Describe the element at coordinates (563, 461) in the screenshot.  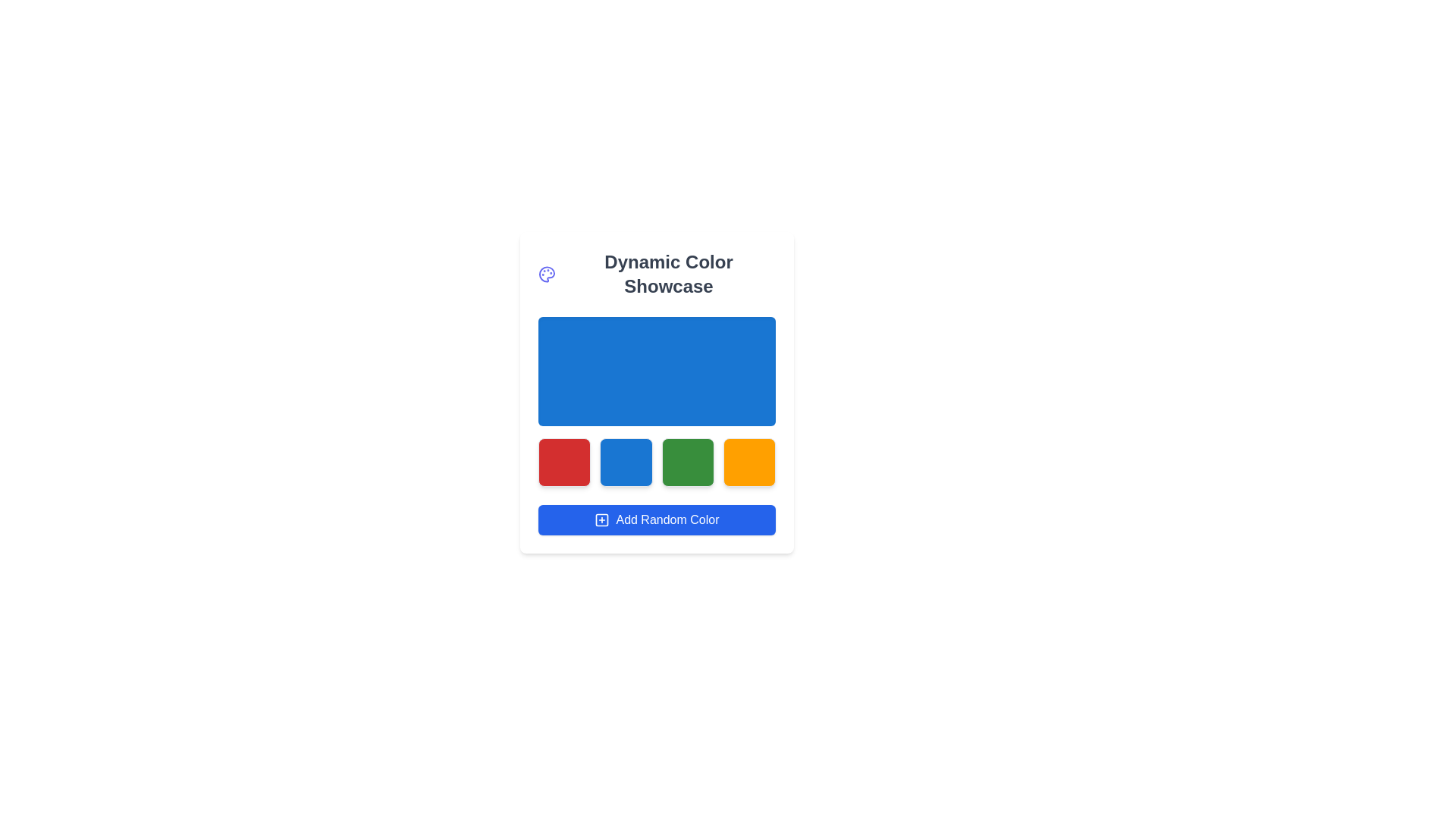
I see `the first selectable color square with a bold red background located under the 'Dynamic Color Showcase' section` at that location.